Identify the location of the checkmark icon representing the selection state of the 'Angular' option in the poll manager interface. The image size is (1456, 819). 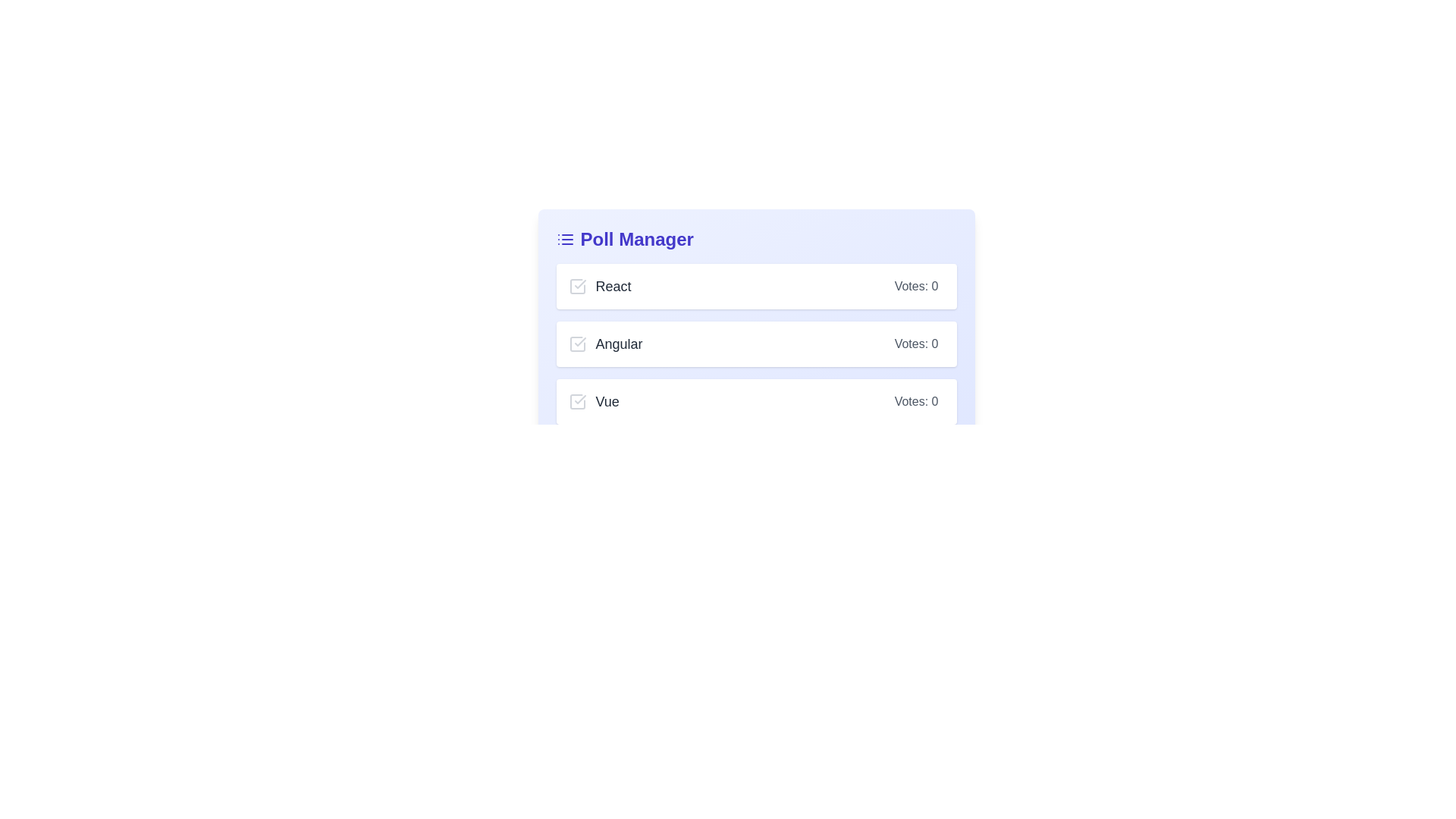
(579, 342).